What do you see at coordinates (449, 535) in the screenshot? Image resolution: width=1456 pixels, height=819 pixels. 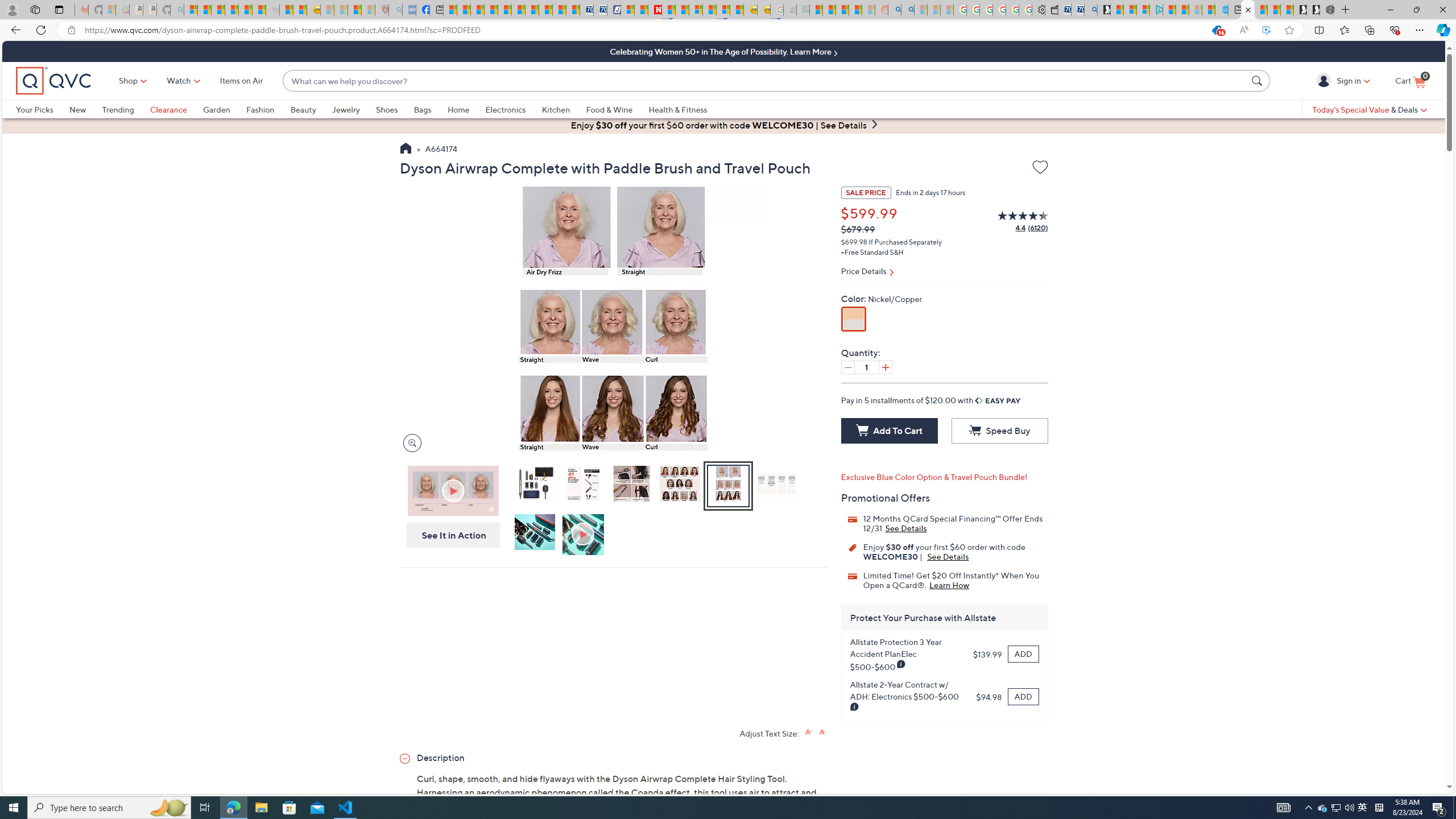 I see `'See It in Action'` at bounding box center [449, 535].